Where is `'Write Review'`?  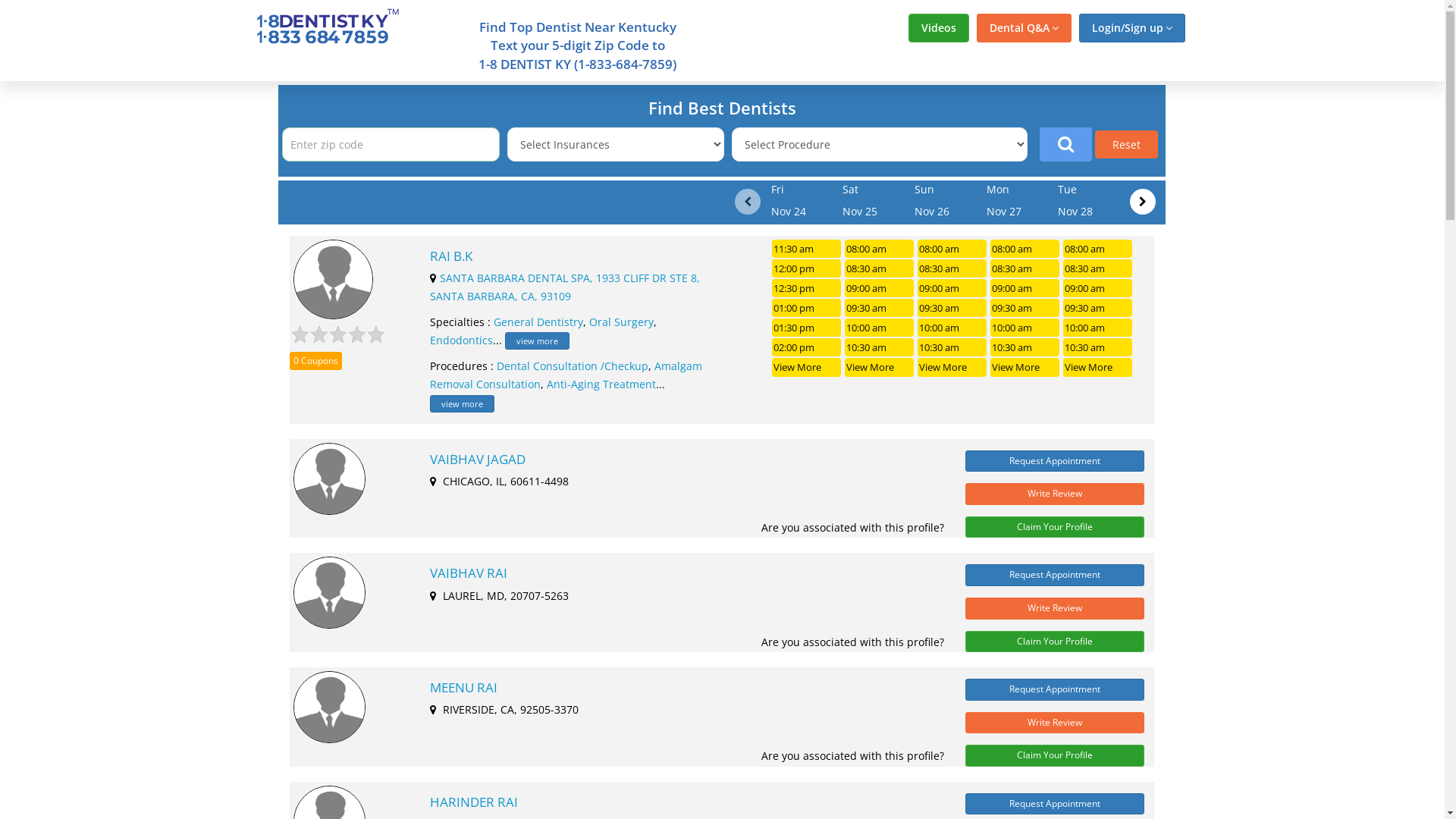
'Write Review' is located at coordinates (1054, 494).